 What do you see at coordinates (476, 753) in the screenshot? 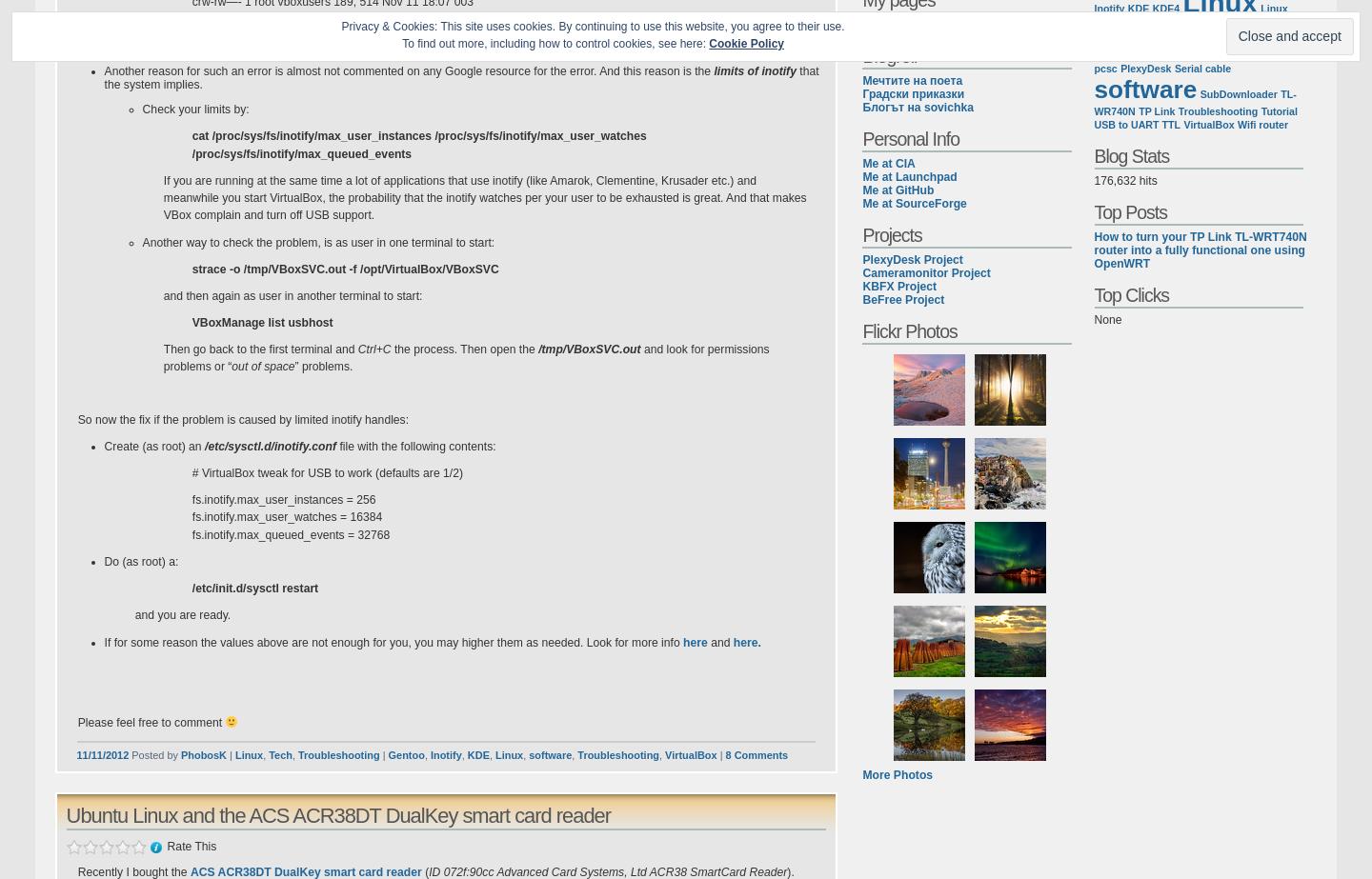
I see `'KDE'` at bounding box center [476, 753].